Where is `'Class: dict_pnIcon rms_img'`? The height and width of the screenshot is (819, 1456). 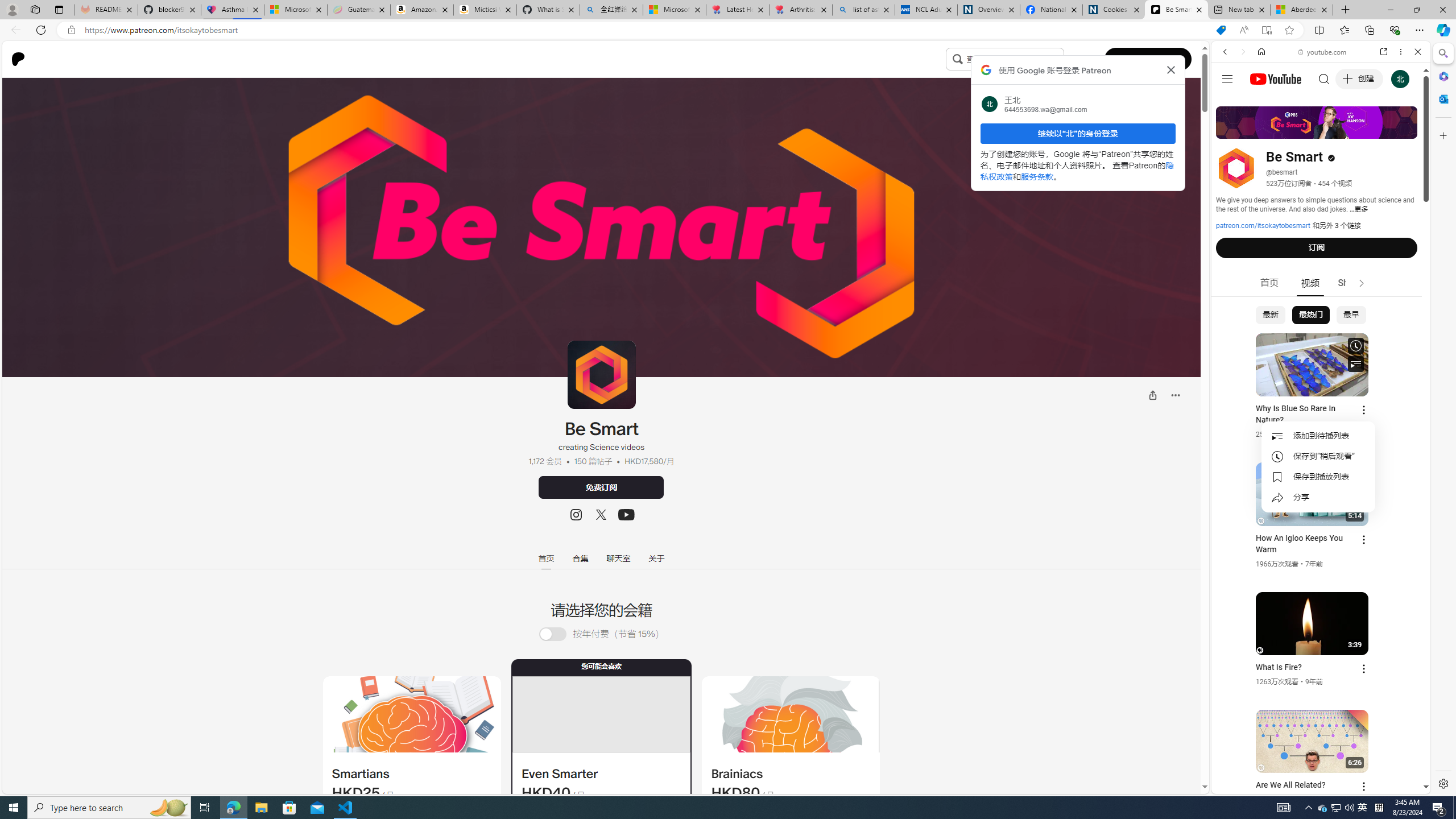
'Class: dict_pnIcon rms_img' is located at coordinates (1312, 784).